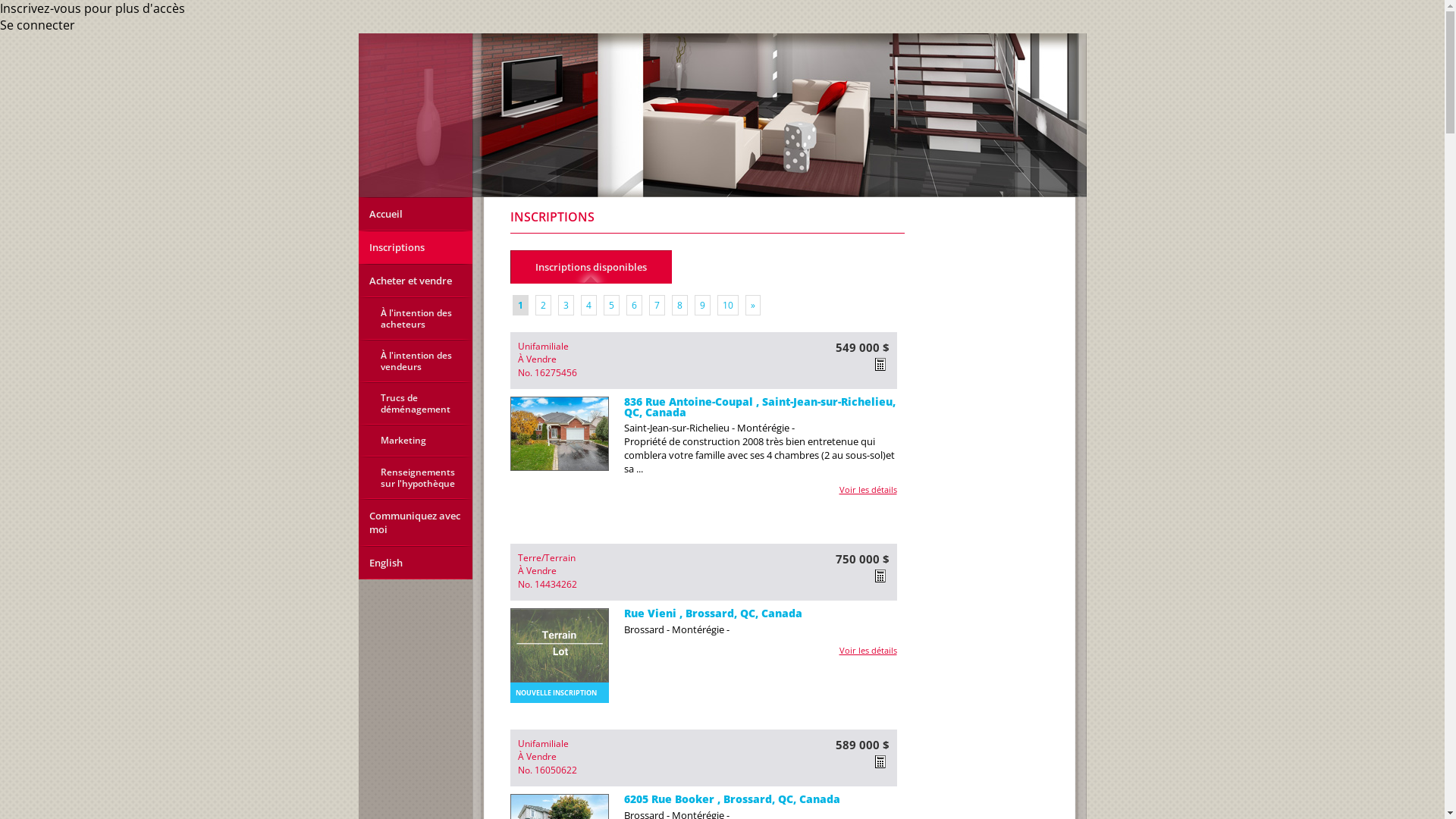  What do you see at coordinates (565, 305) in the screenshot?
I see `'3'` at bounding box center [565, 305].